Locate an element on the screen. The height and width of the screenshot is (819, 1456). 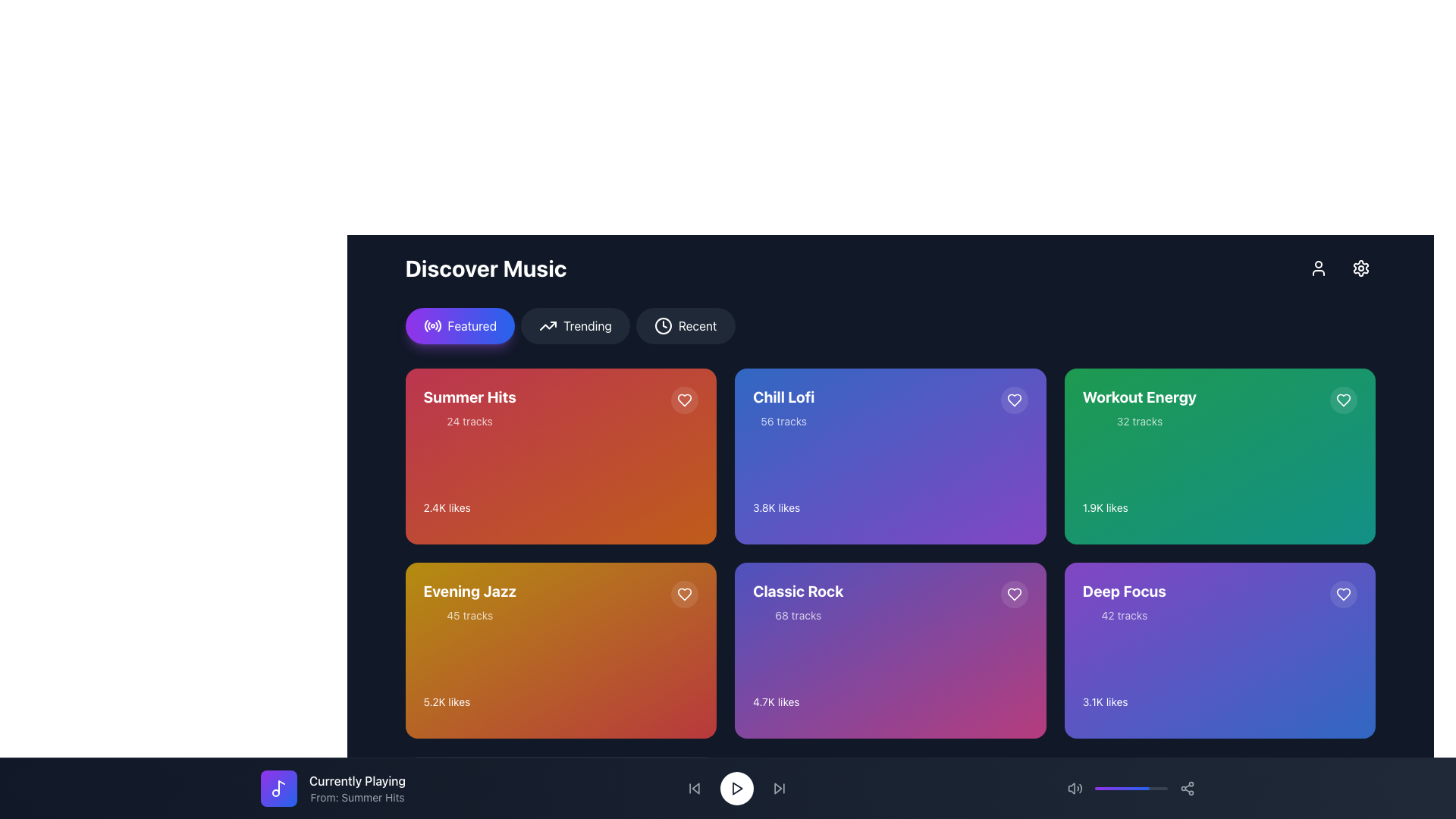
the 'Trending' text label within the button located in the middle of a horizontal group of buttons, positioned between 'Featured' and 'Recent' buttons, right below the 'Discover Music' heading is located at coordinates (586, 325).